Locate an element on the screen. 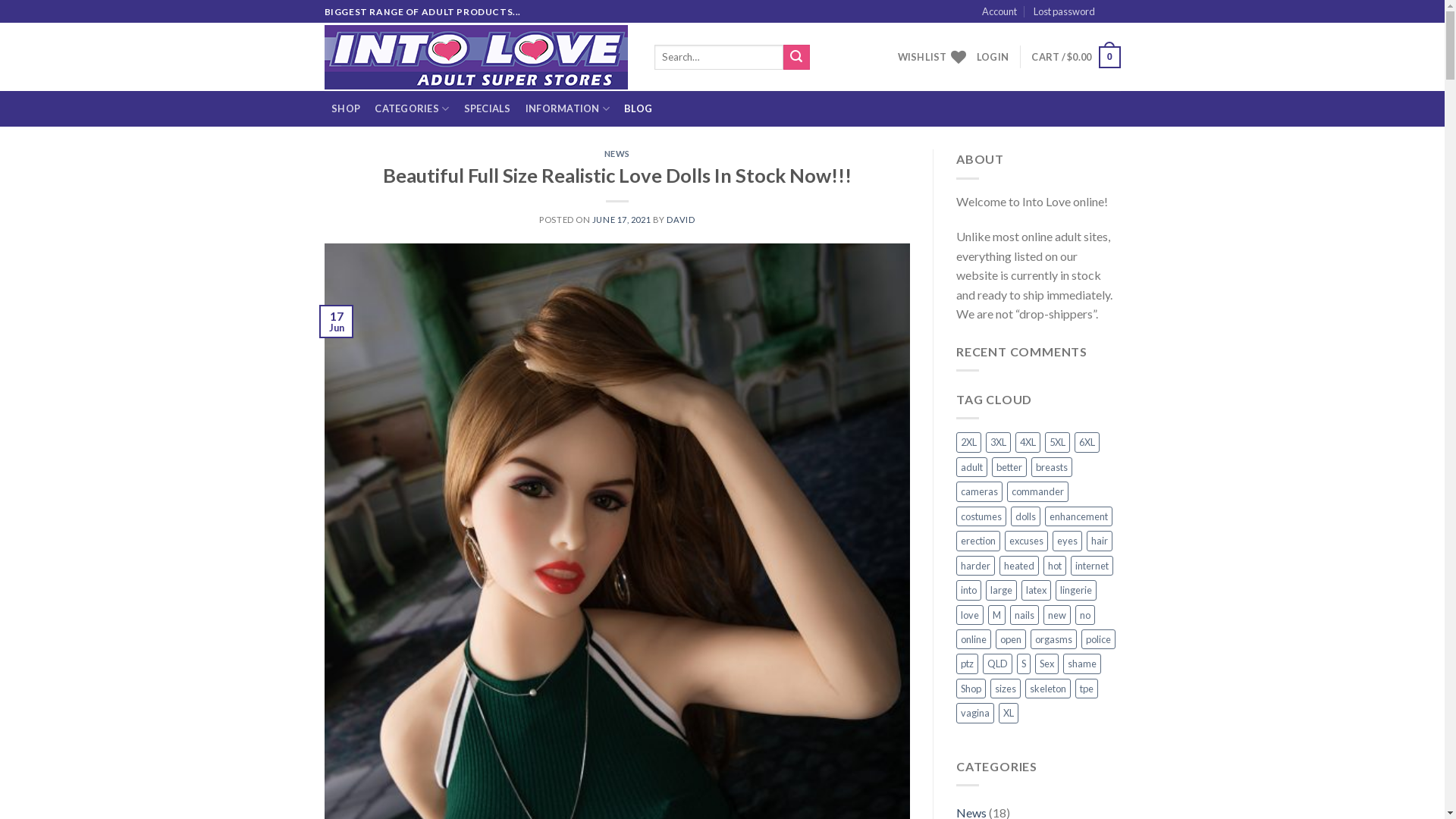  'M' is located at coordinates (996, 614).